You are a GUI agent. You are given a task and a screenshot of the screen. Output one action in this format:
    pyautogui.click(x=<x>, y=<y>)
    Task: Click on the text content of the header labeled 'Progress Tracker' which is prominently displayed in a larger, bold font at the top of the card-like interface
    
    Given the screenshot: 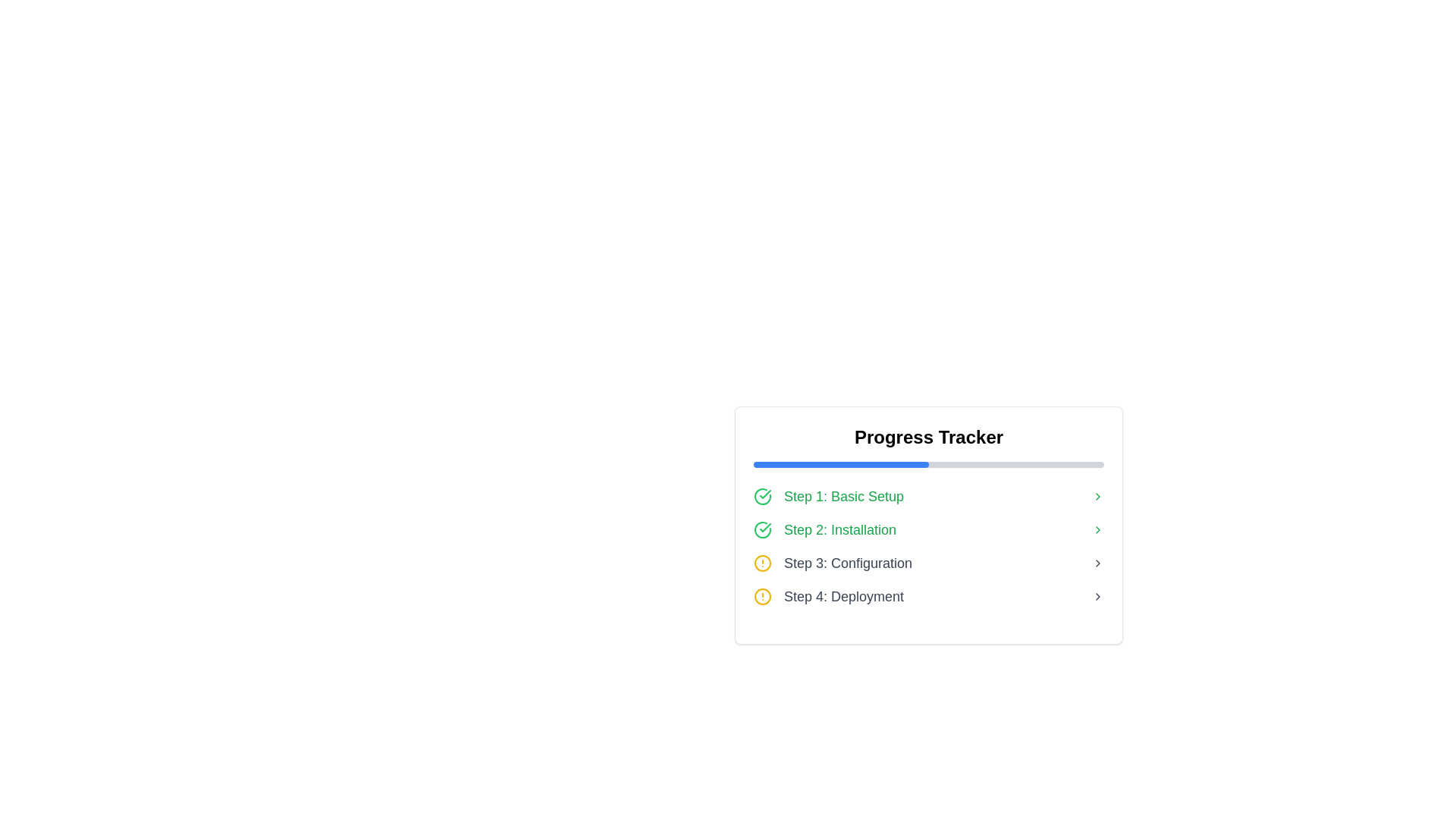 What is the action you would take?
    pyautogui.click(x=927, y=438)
    